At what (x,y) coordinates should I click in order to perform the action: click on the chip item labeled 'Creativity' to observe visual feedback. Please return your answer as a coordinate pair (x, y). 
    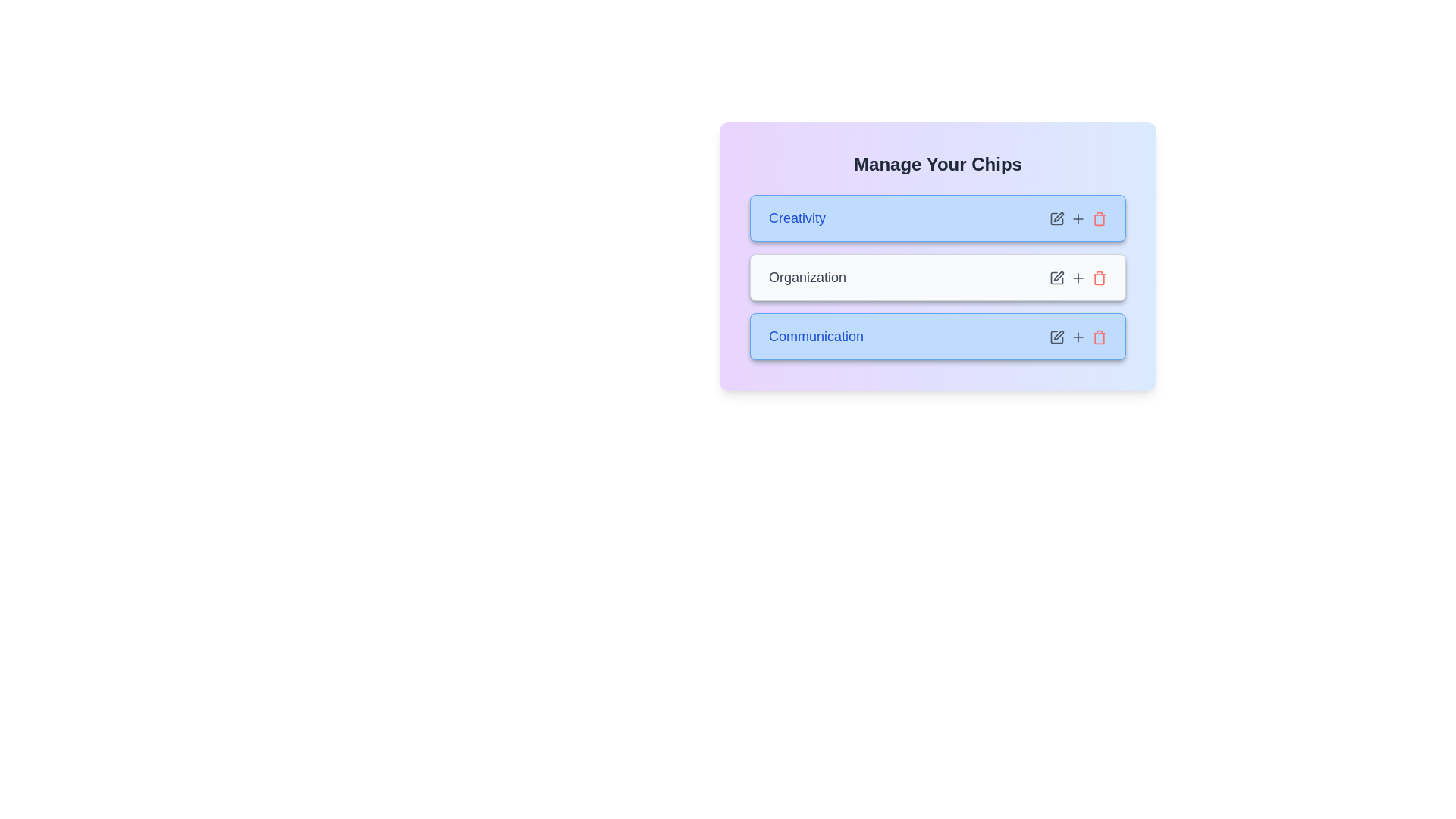
    Looking at the image, I should click on (937, 218).